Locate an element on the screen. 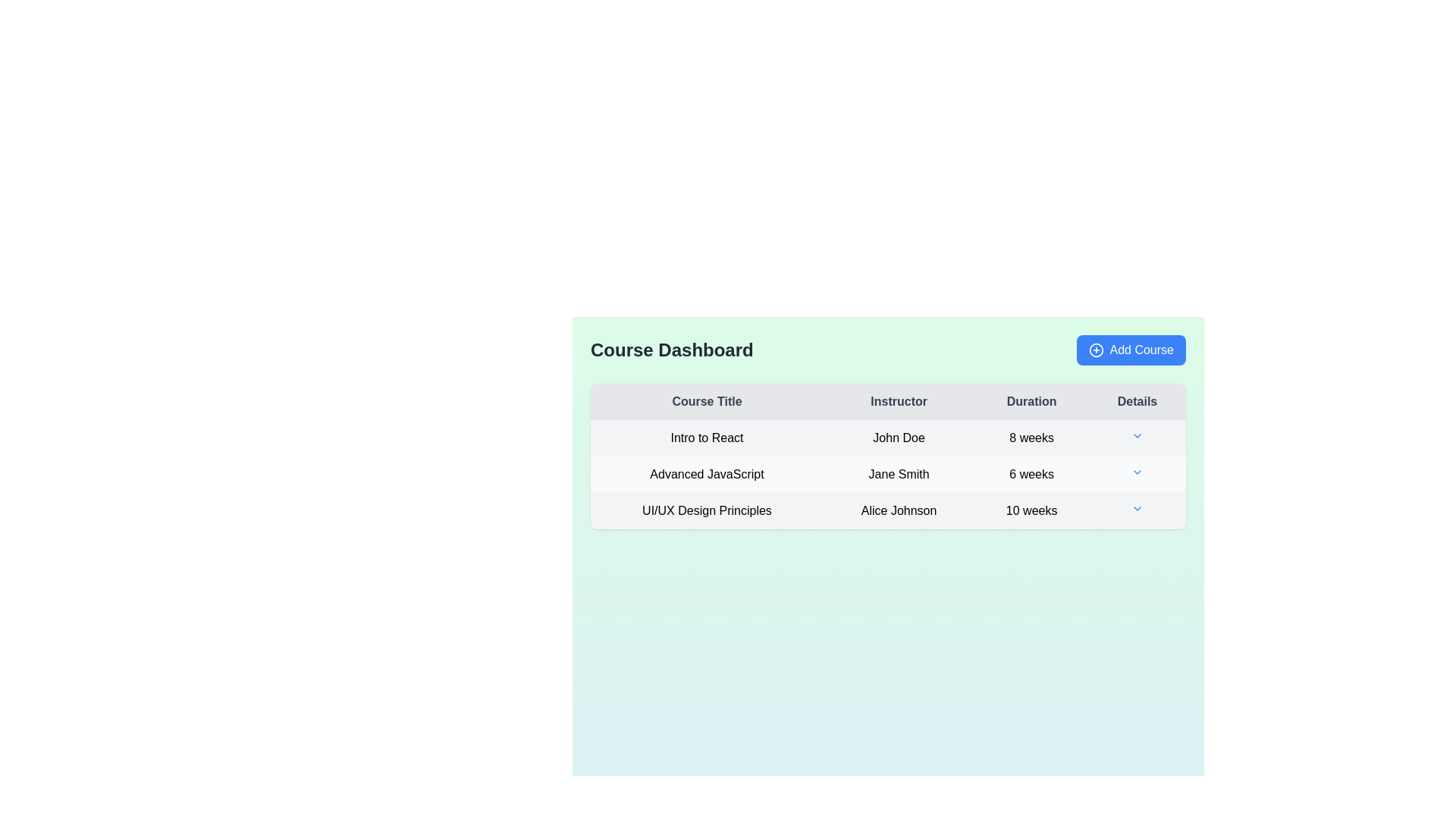 The width and height of the screenshot is (1456, 819). the blue downward-facing arrow icon of the Dropdown button located in the 'Details' column of the last row of the 'Course Dashboard' table is located at coordinates (1137, 509).